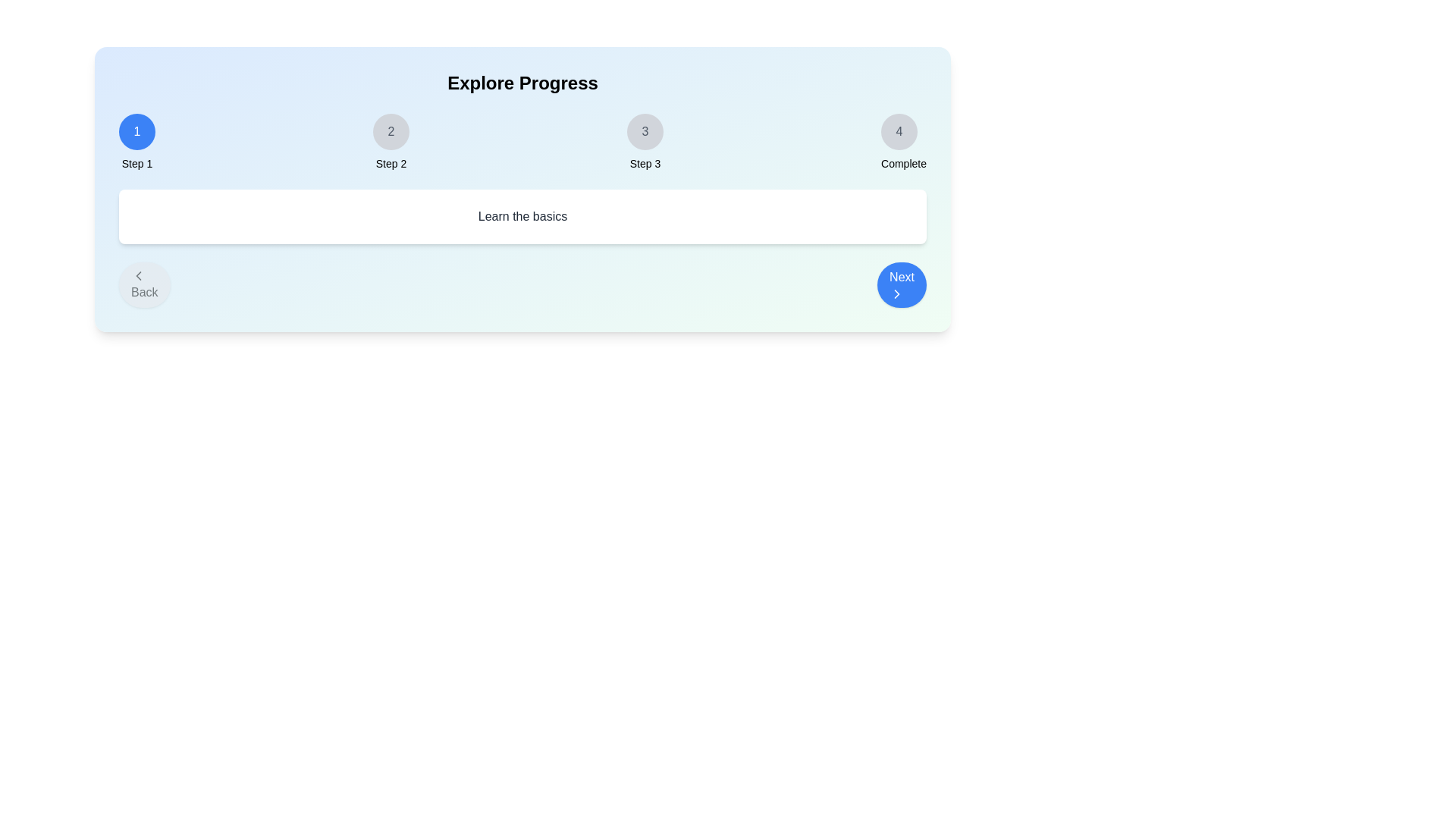 This screenshot has width=1456, height=819. Describe the element at coordinates (645, 130) in the screenshot. I see `the step indicator for Step 3 to navigate to that step` at that location.